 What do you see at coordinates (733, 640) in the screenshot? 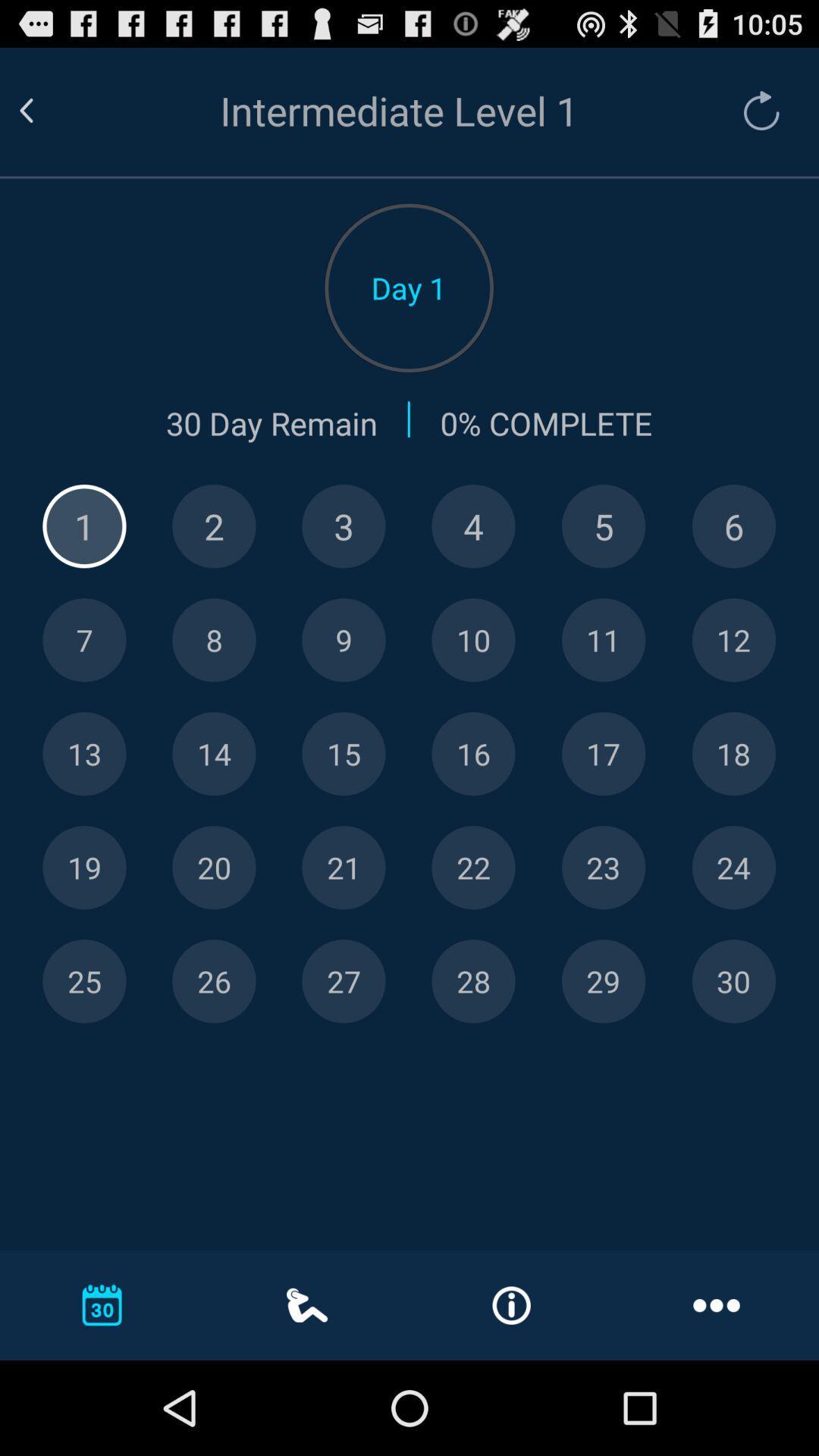
I see `choose level` at bounding box center [733, 640].